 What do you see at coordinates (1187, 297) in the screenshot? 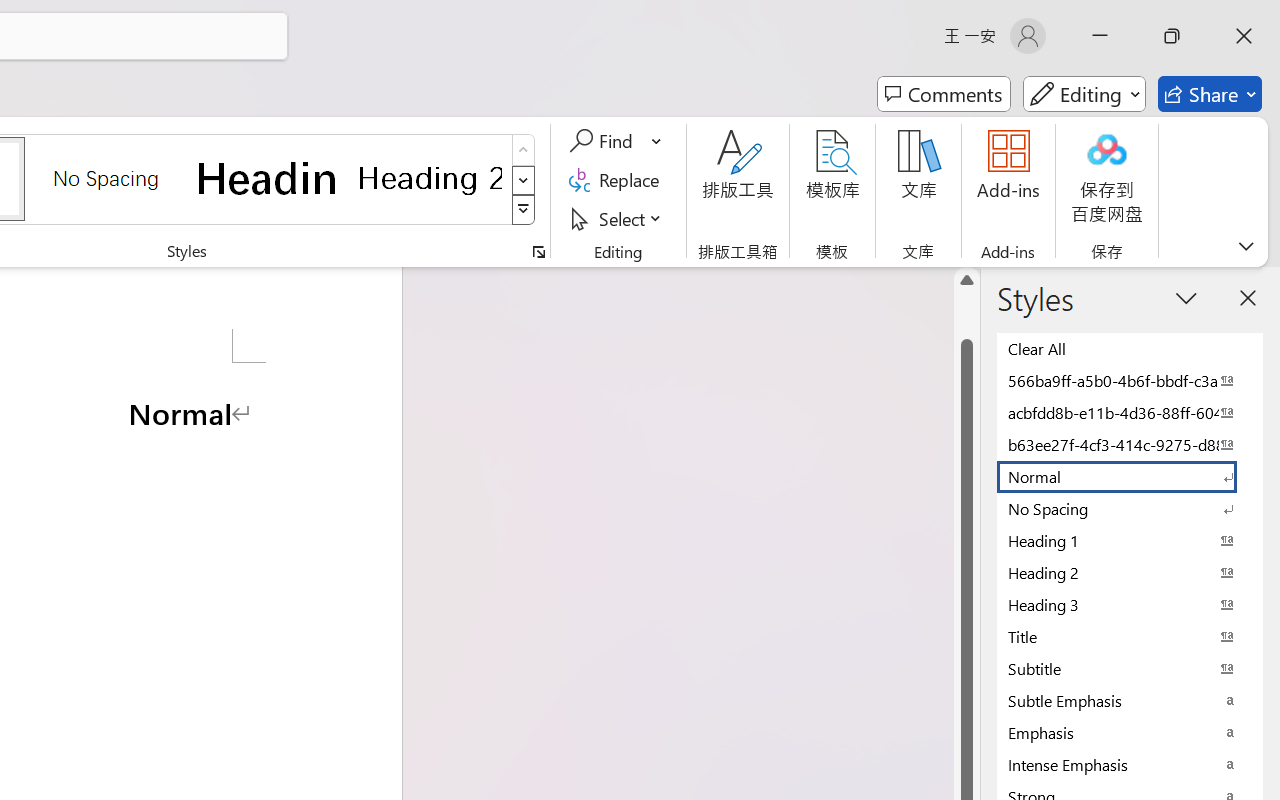
I see `'Task Pane Options'` at bounding box center [1187, 297].